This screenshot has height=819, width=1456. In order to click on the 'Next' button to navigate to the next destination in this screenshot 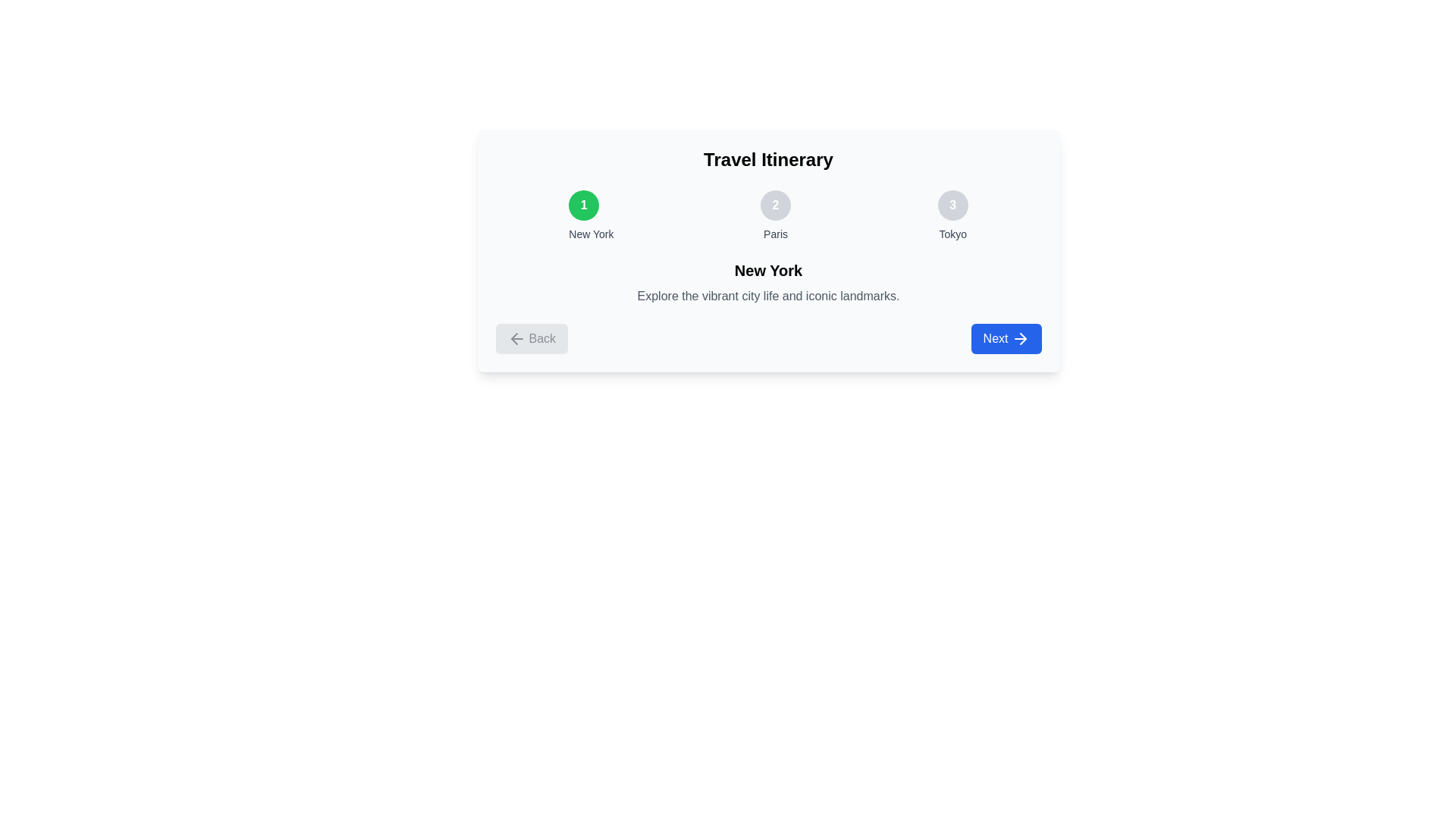, I will do `click(1006, 338)`.